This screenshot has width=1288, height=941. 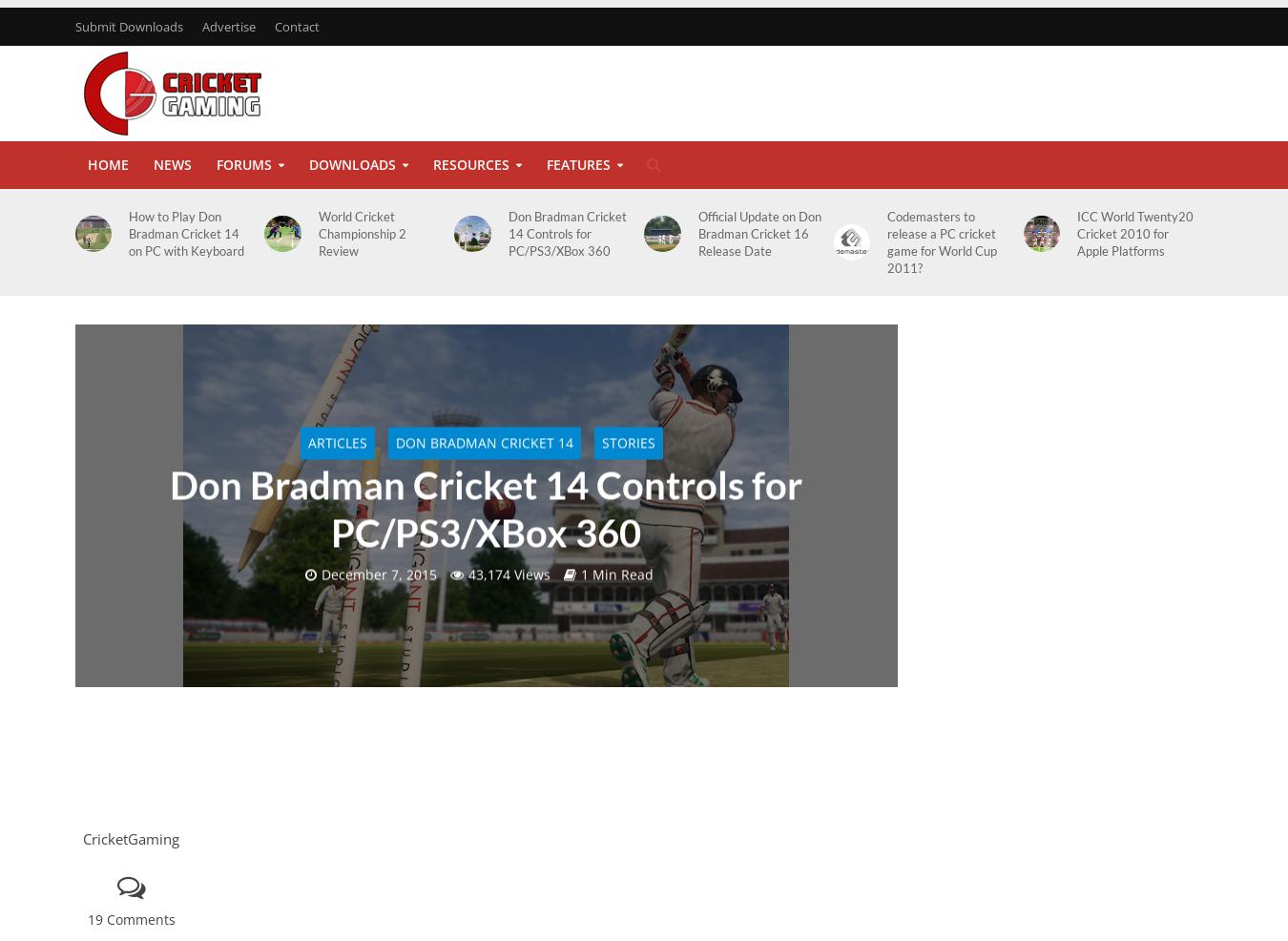 What do you see at coordinates (131, 838) in the screenshot?
I see `'CricketGaming'` at bounding box center [131, 838].